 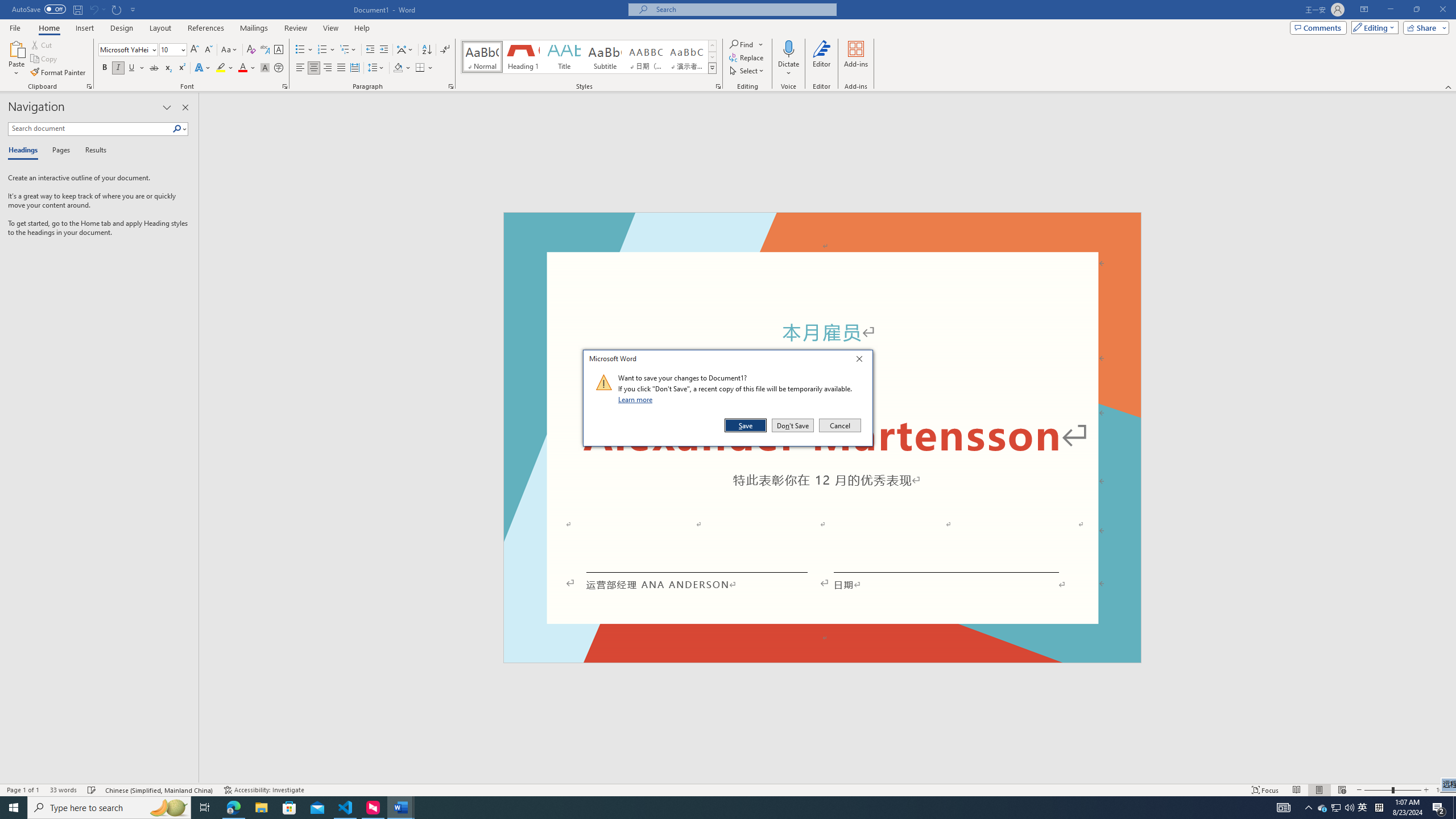 What do you see at coordinates (822, 225) in the screenshot?
I see `'Header -Section 1-'` at bounding box center [822, 225].